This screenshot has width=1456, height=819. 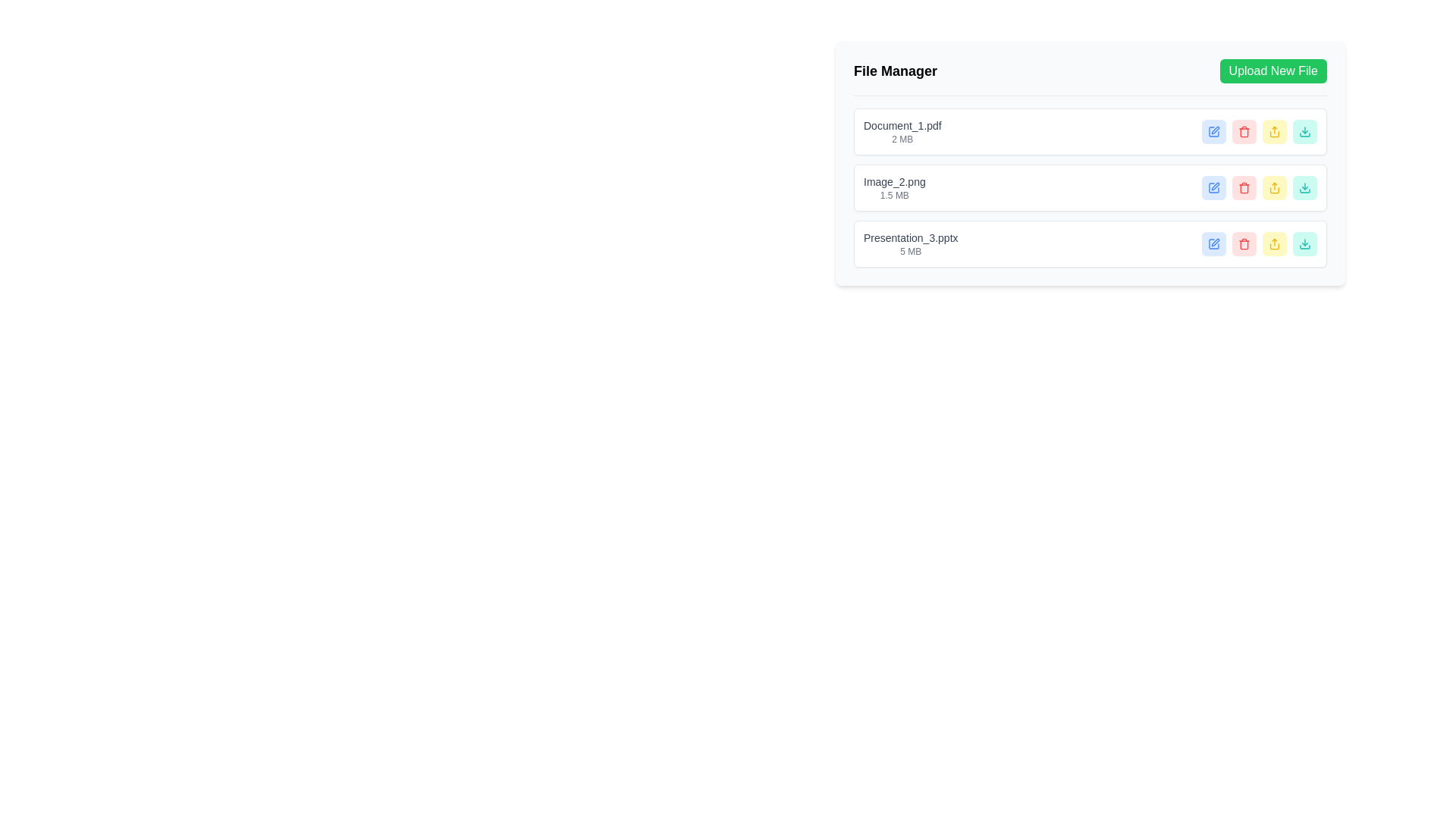 I want to click on the share action button located in the 'File Manager' section, which is the fourth button from the left in a row of horizontally aligned buttons, so click(x=1274, y=130).